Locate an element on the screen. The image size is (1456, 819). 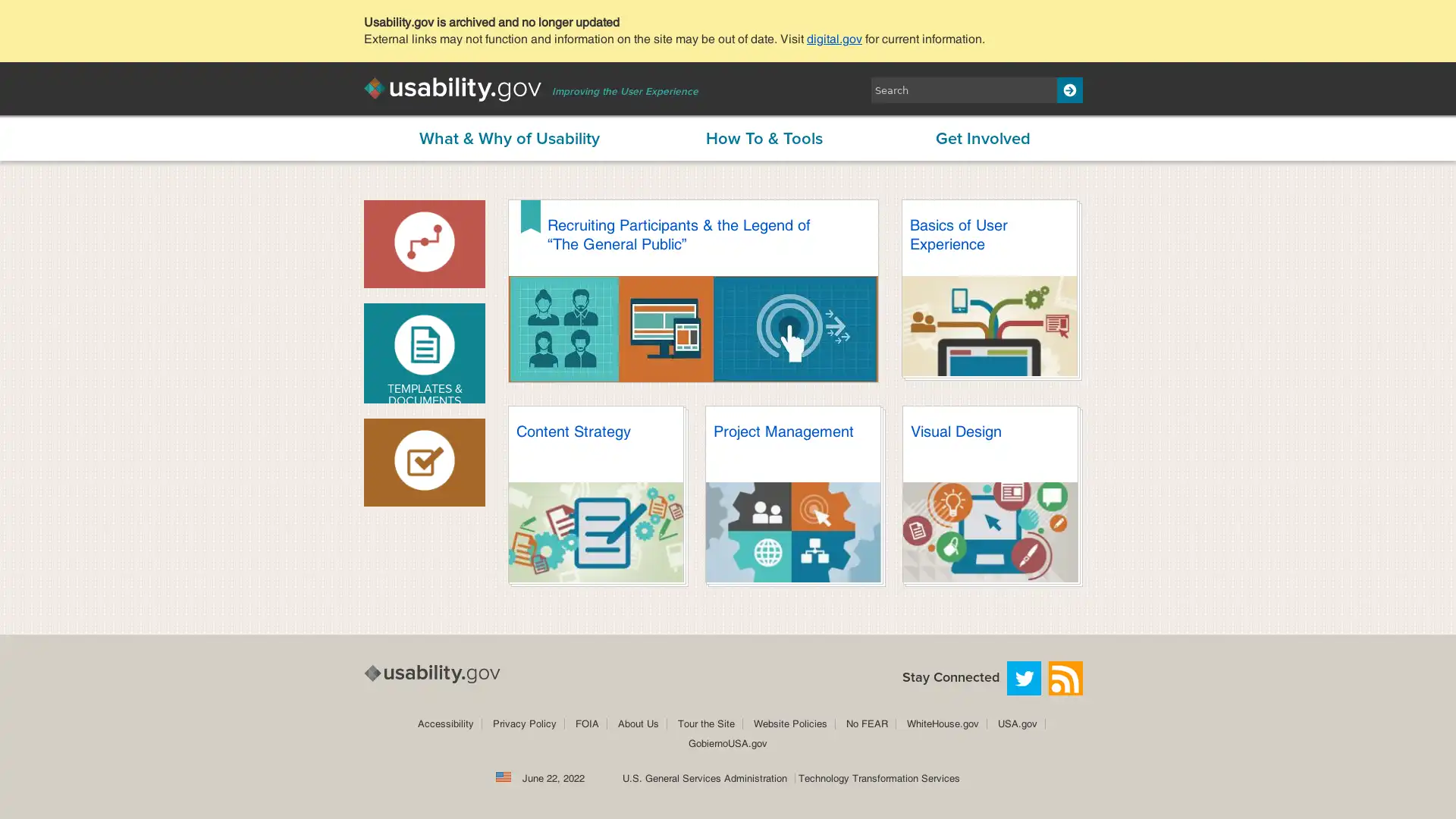
Search is located at coordinates (1069, 90).